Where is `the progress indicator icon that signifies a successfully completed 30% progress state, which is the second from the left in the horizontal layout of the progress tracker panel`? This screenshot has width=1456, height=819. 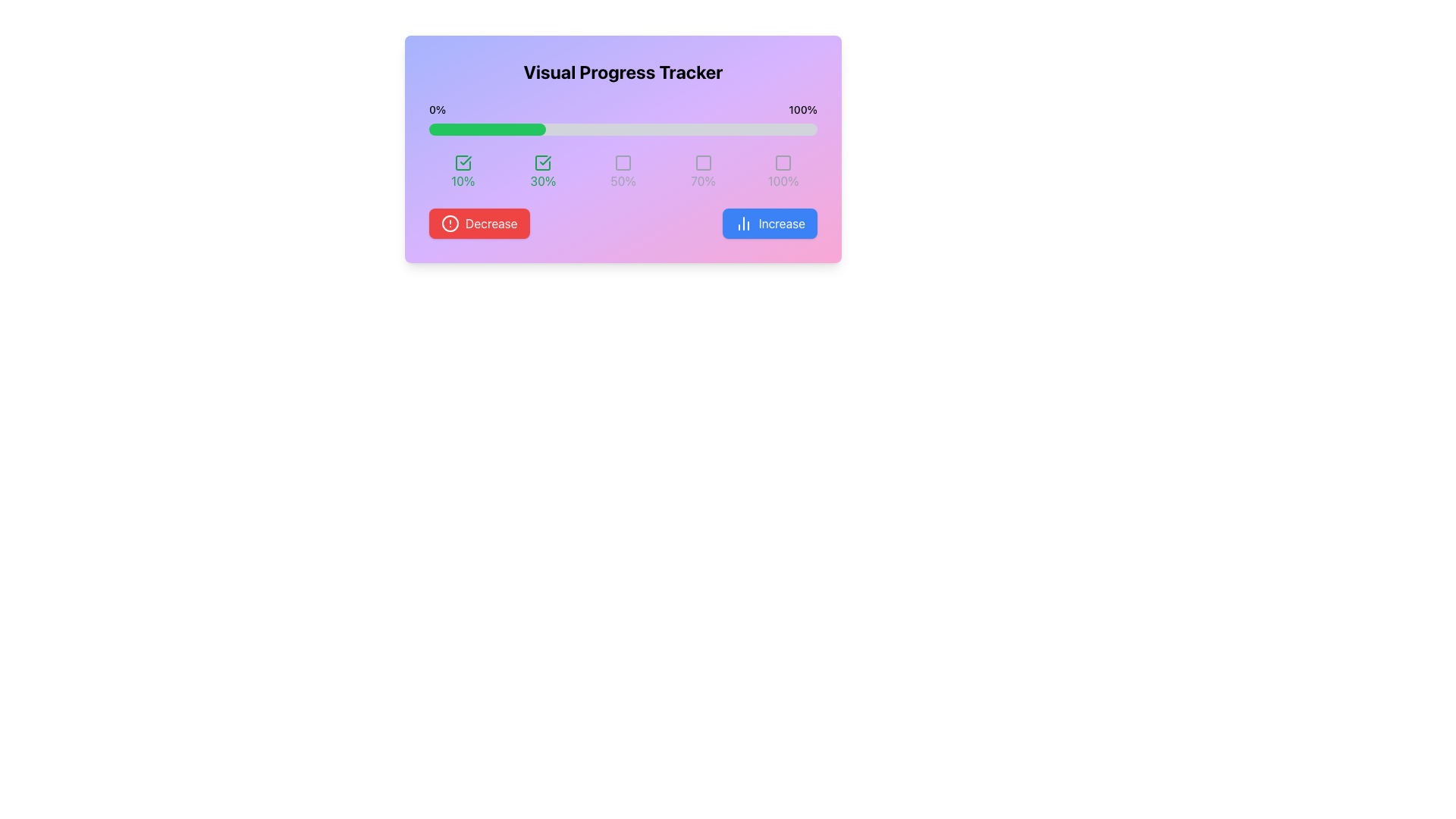
the progress indicator icon that signifies a successfully completed 30% progress state, which is the second from the left in the horizontal layout of the progress tracker panel is located at coordinates (545, 161).